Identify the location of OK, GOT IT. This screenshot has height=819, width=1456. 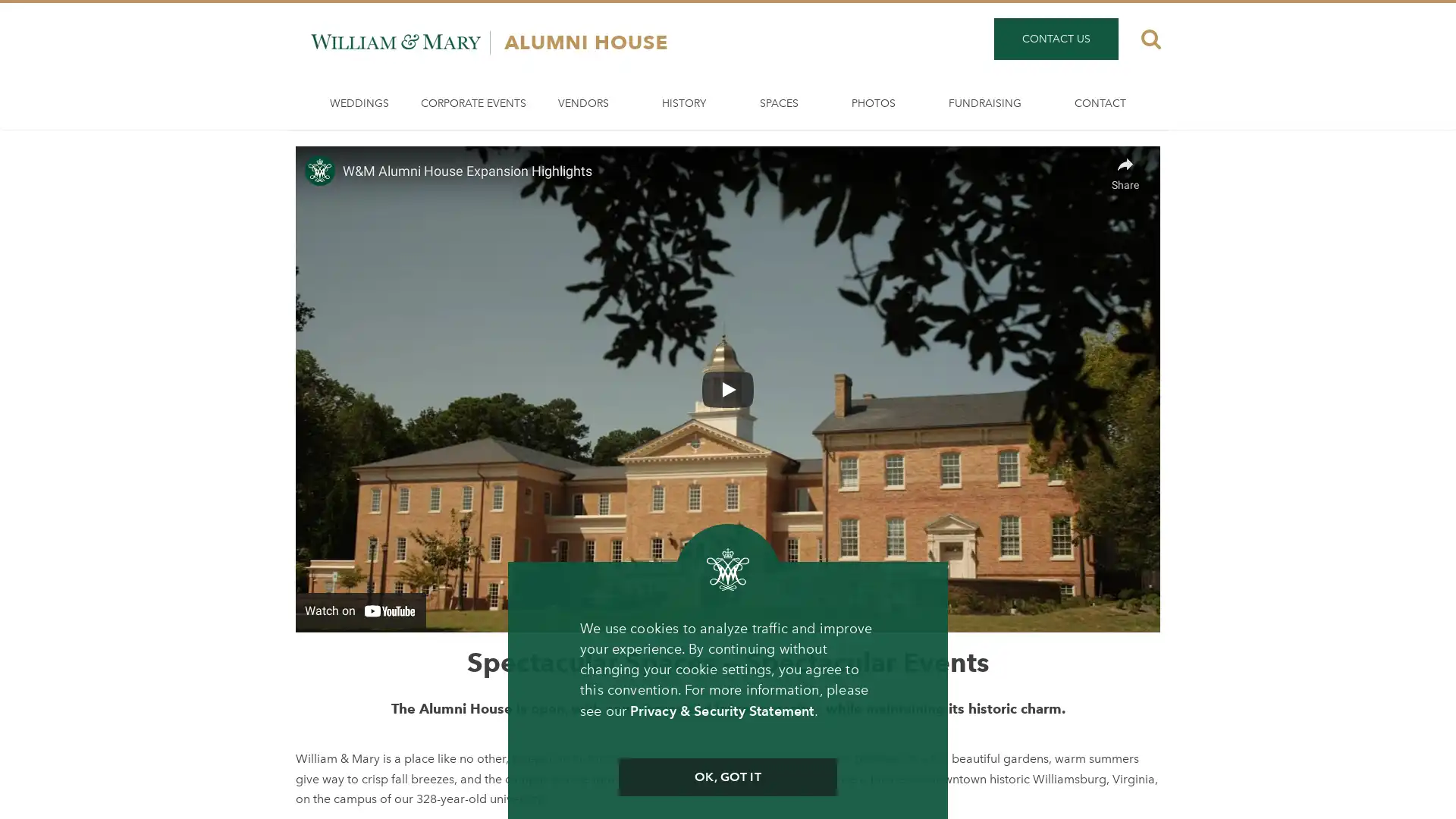
(726, 777).